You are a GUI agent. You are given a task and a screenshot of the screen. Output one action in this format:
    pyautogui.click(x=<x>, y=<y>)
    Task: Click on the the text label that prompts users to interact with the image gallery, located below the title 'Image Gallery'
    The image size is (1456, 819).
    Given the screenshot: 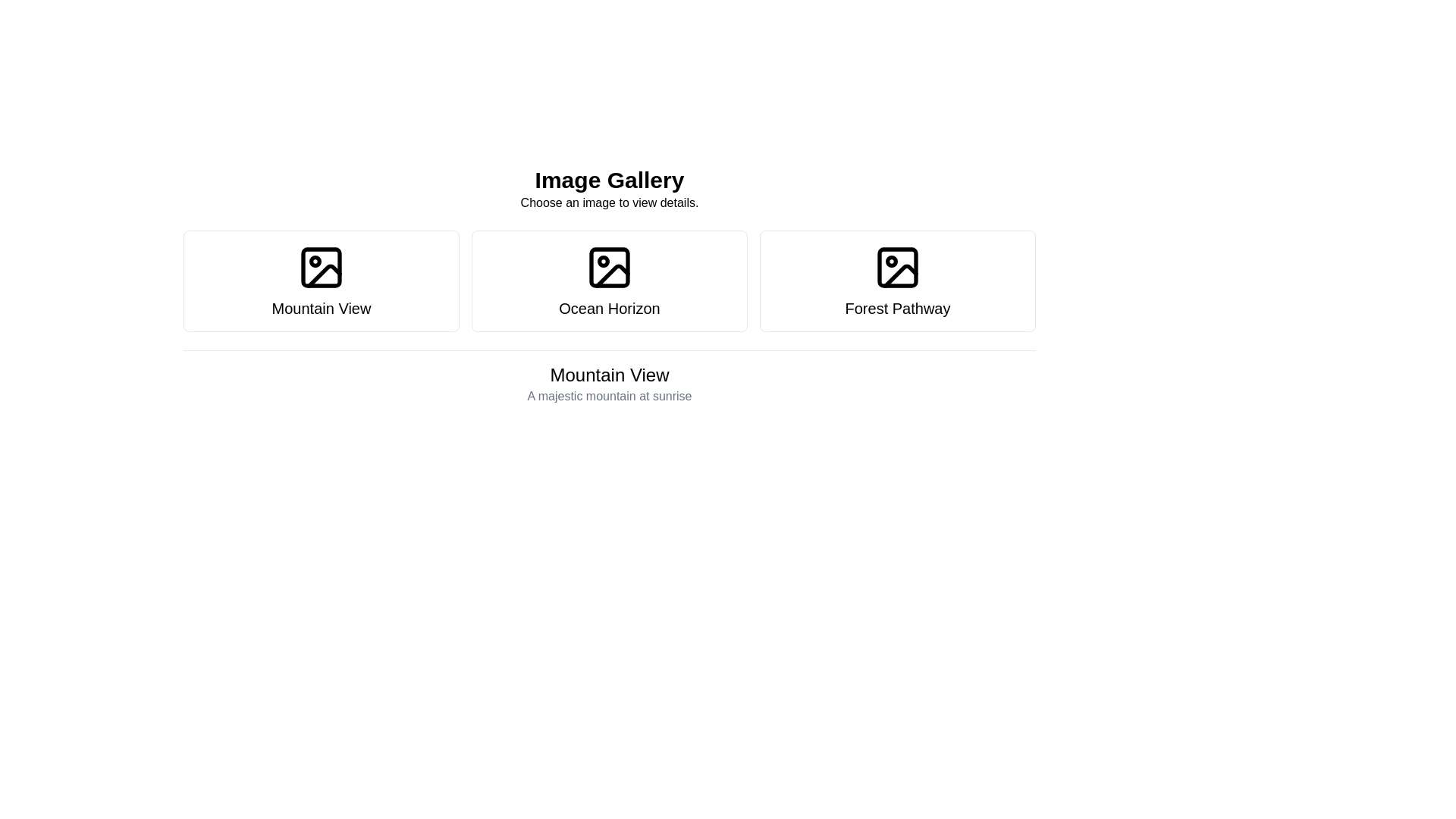 What is the action you would take?
    pyautogui.click(x=610, y=202)
    